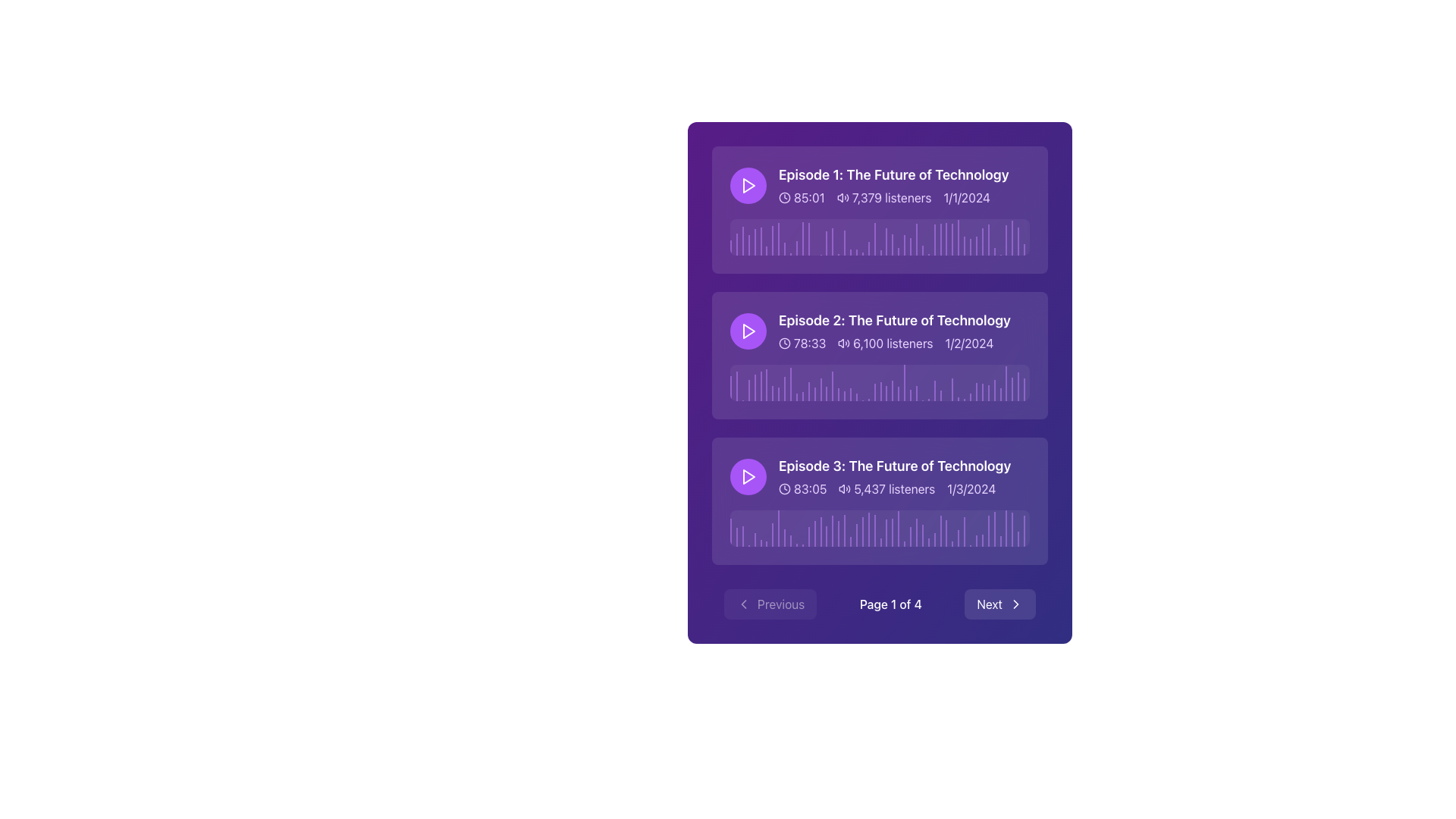 The image size is (1456, 819). Describe the element at coordinates (895, 475) in the screenshot. I see `information displayed in the static text block titled 'Episode 3: The Future of Technology', which includes duration, listener count, and release date` at that location.